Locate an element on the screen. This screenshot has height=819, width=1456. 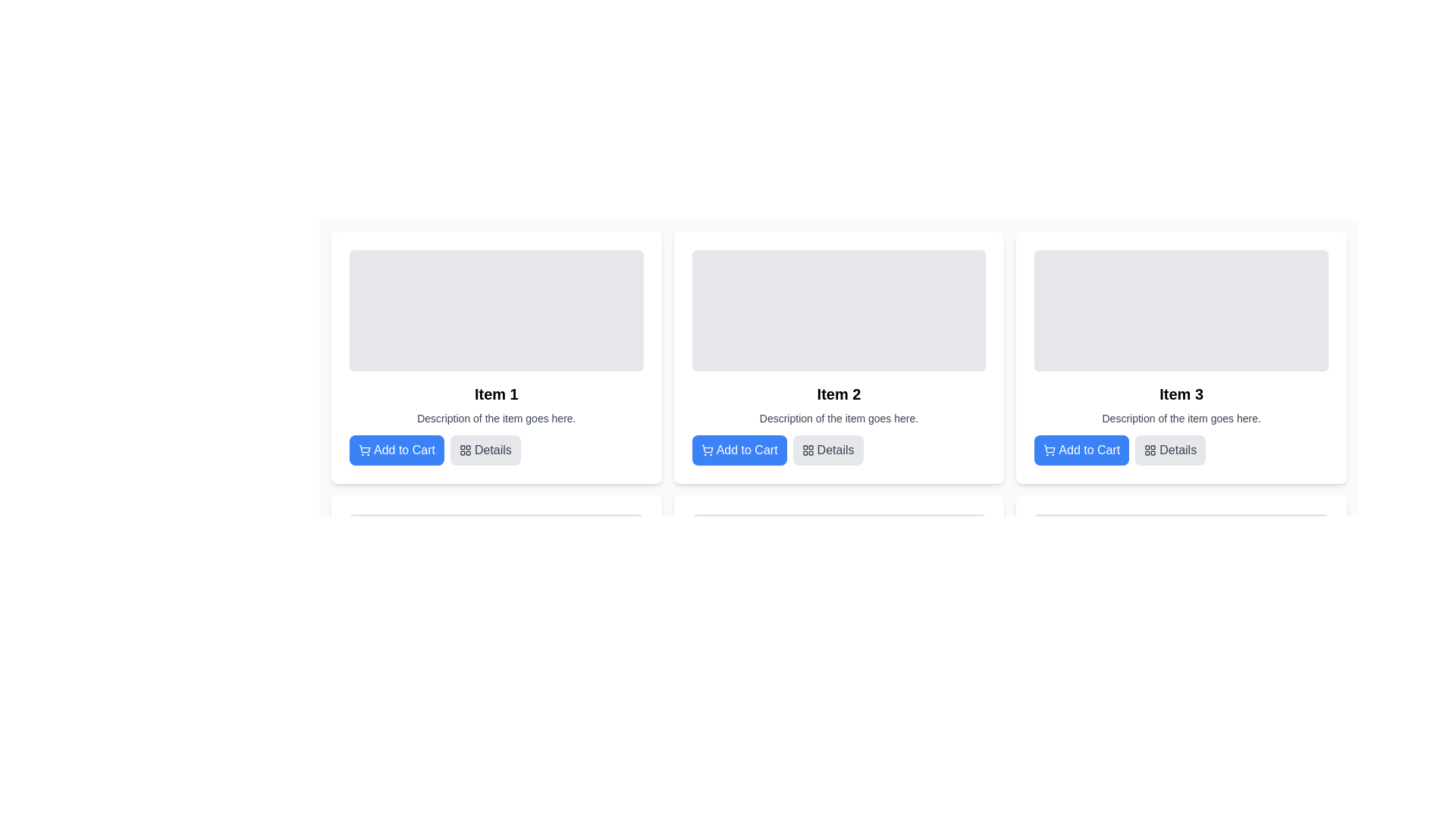
the shopping cart icon located within the blue 'Add to Cart' button, which is positioned below the 'Item 3: Description of the item goes here' header is located at coordinates (1048, 450).